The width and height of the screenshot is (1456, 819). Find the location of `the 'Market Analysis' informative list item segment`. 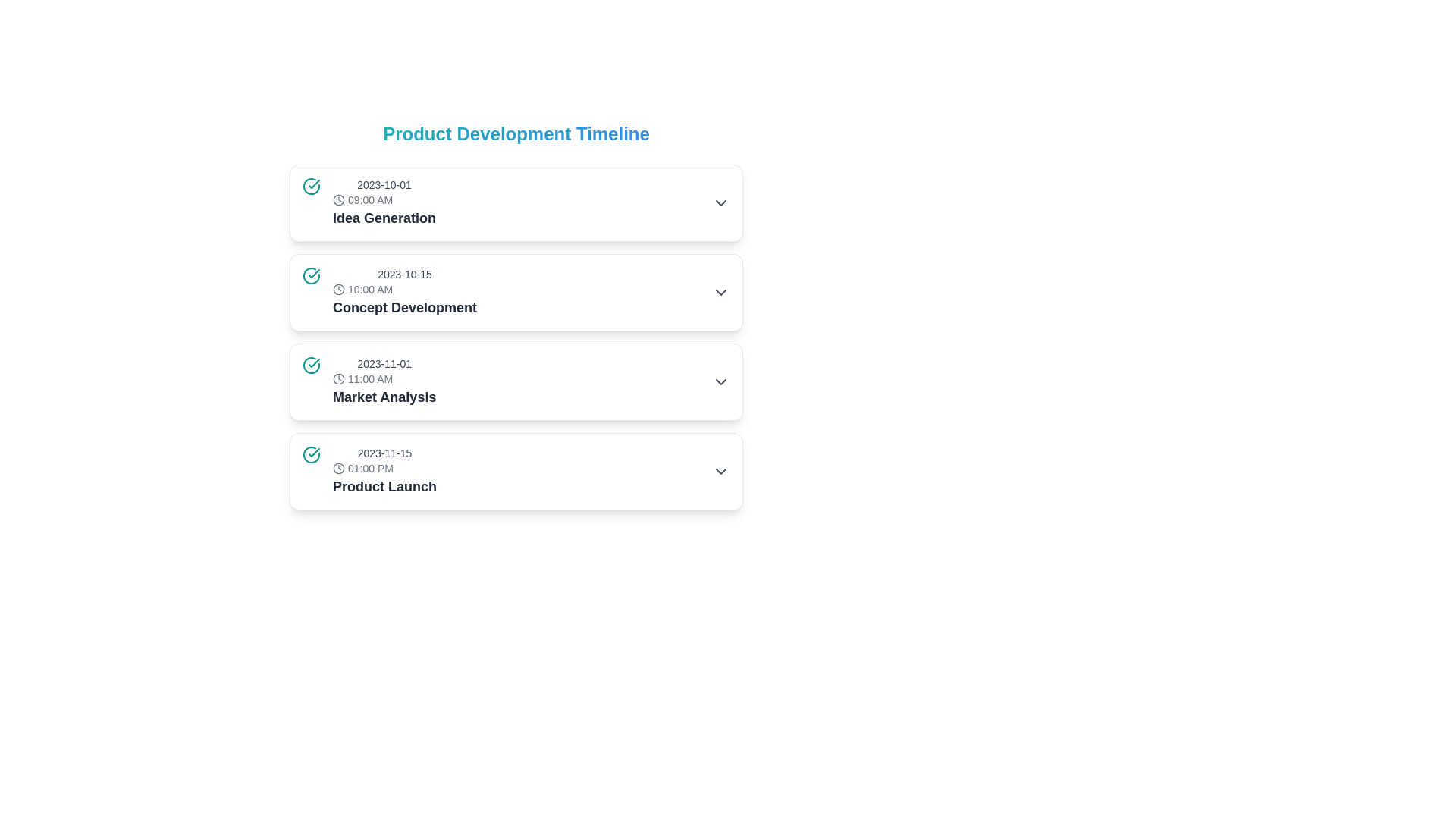

the 'Market Analysis' informative list item segment is located at coordinates (369, 381).